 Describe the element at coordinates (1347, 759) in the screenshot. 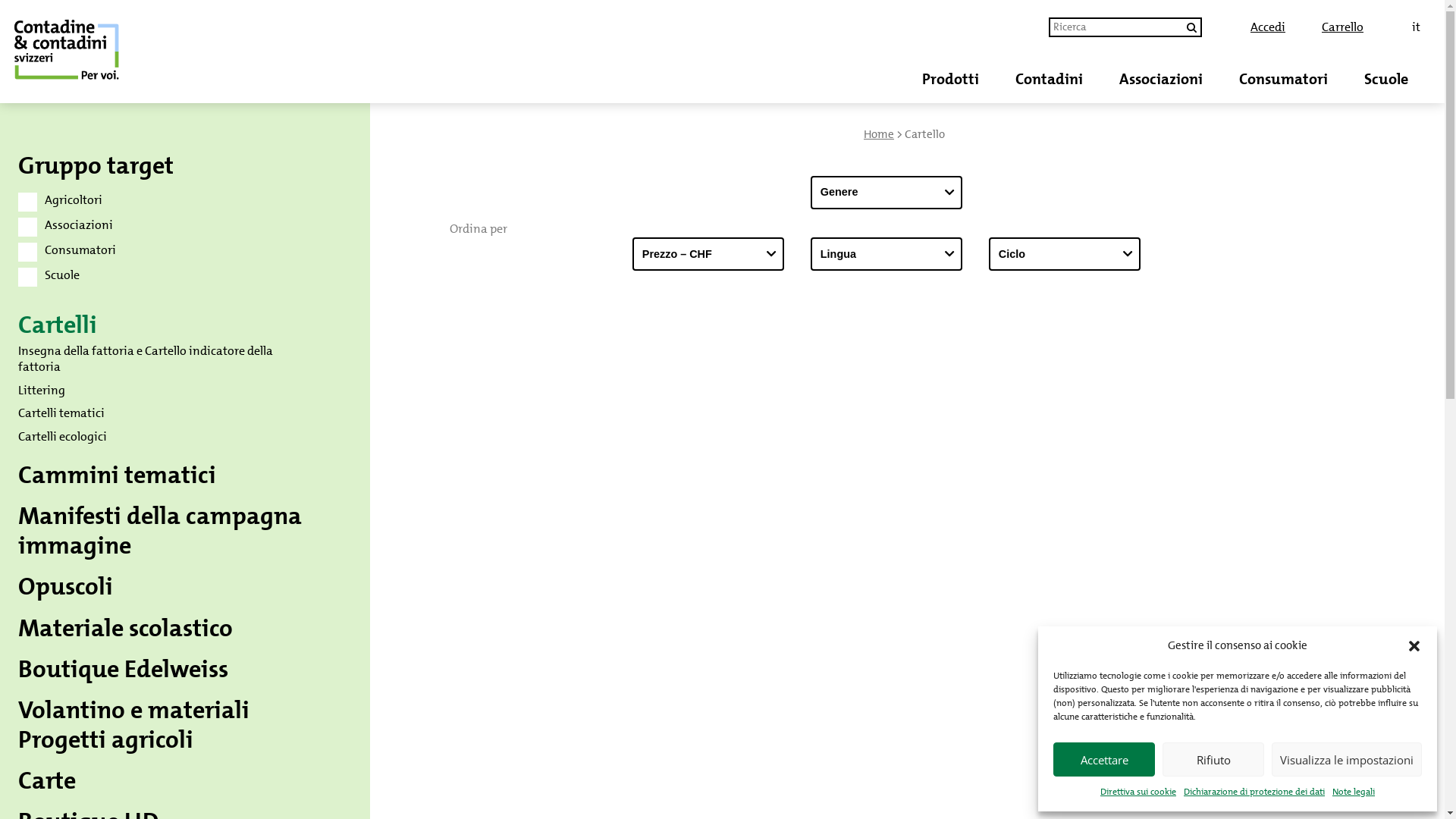

I see `'Visualizza le impostazioni'` at that location.